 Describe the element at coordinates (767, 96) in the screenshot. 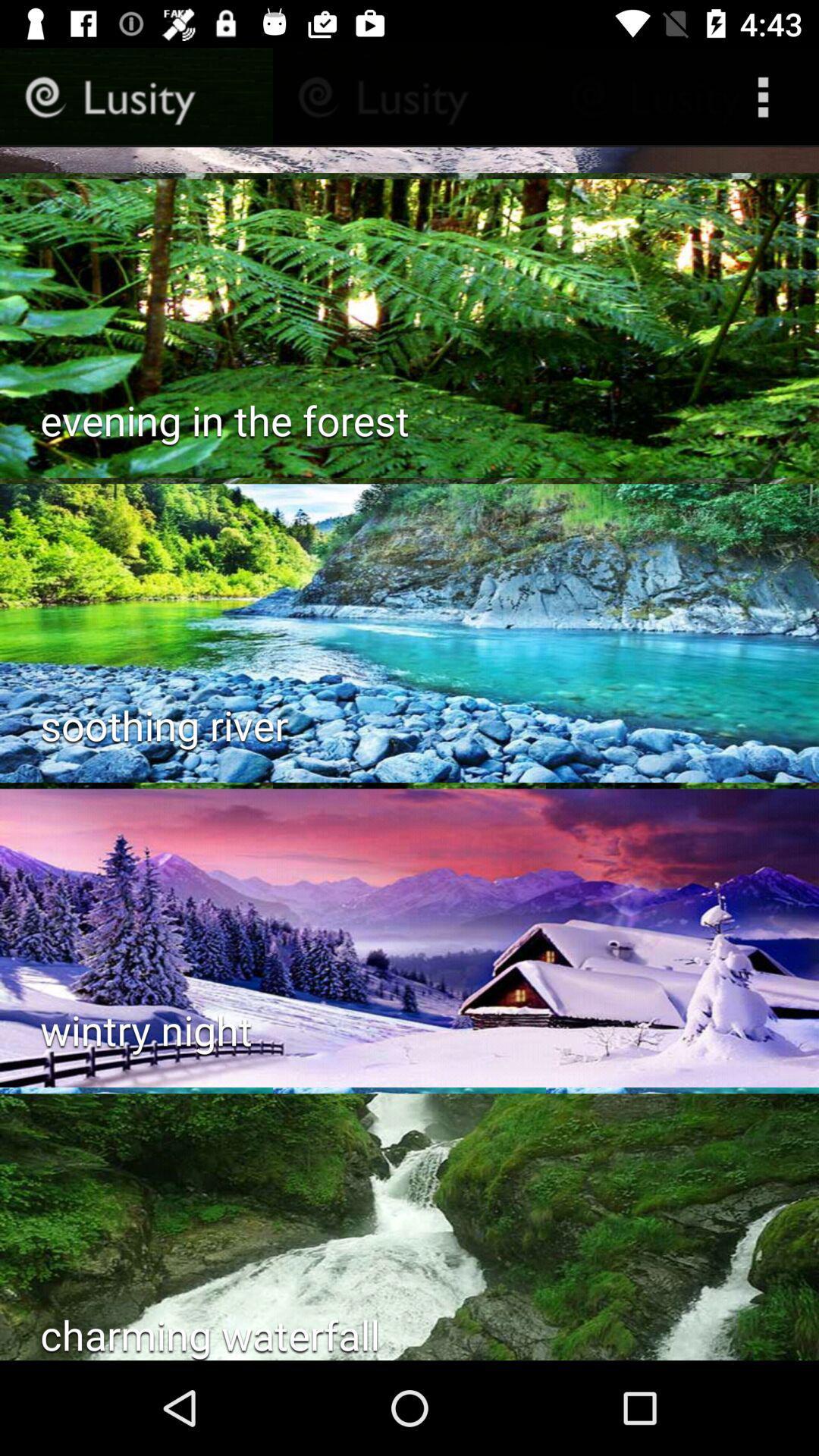

I see `menu button` at that location.